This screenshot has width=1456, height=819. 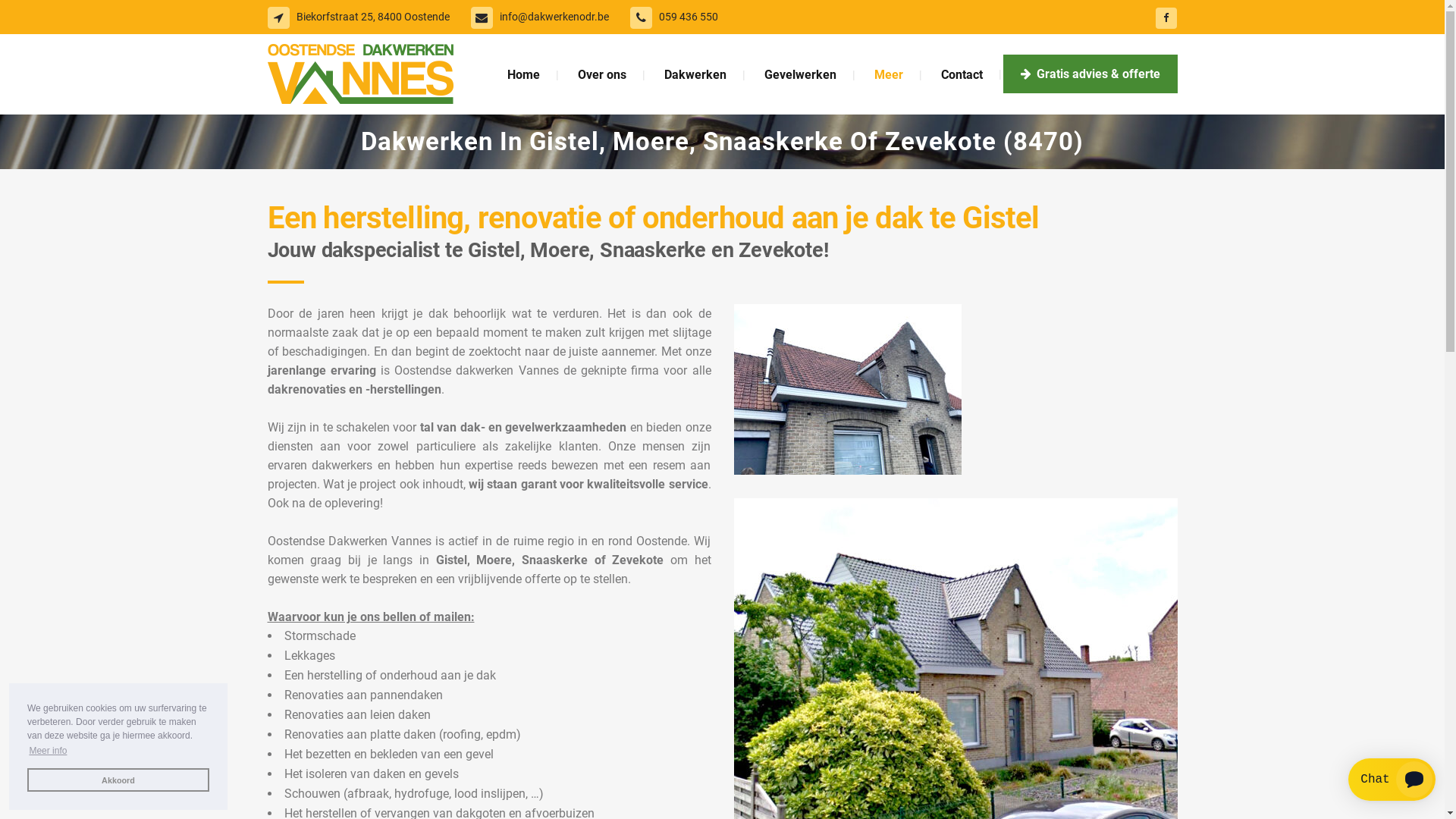 What do you see at coordinates (490, 74) in the screenshot?
I see `'Home'` at bounding box center [490, 74].